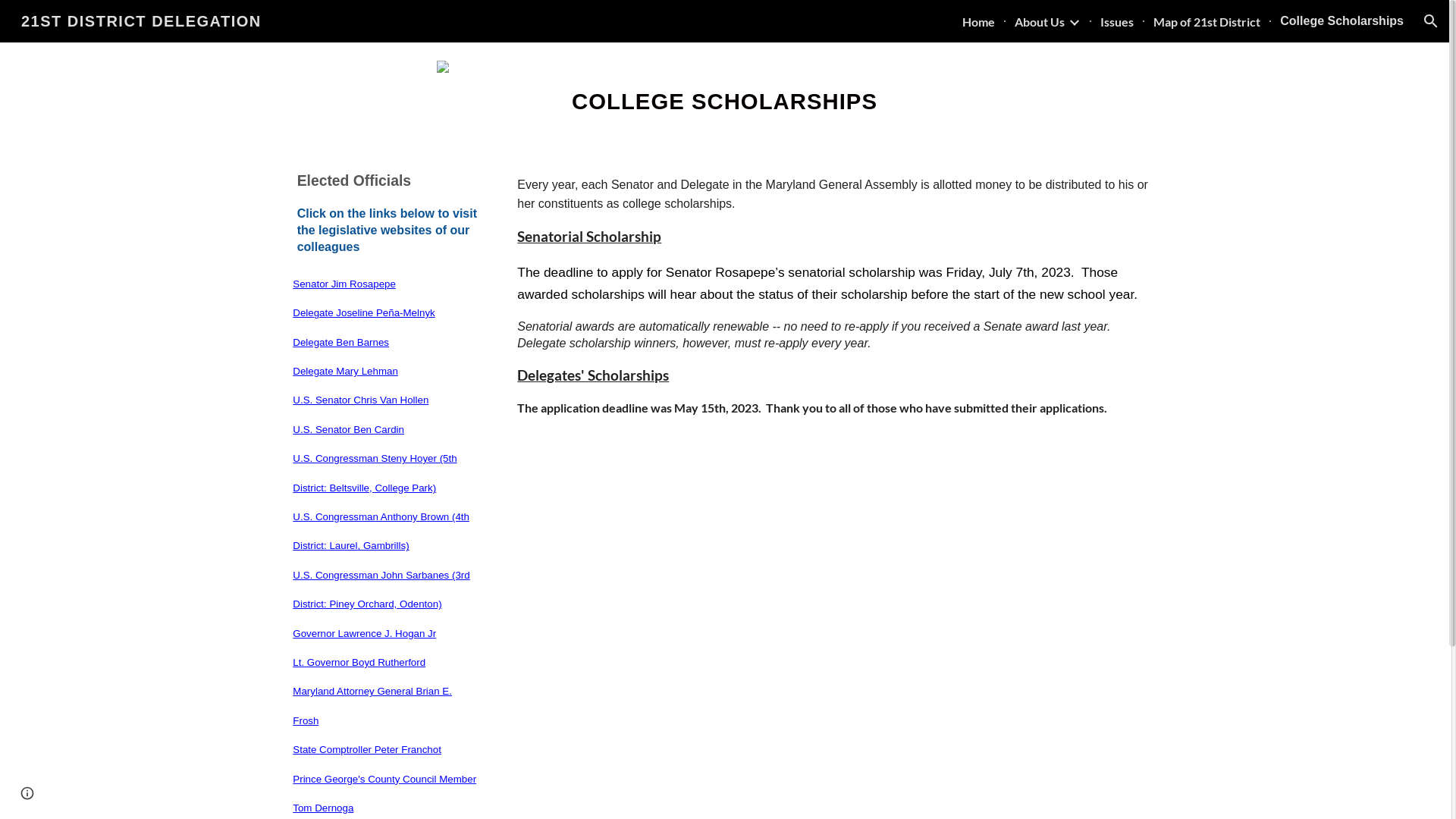 The height and width of the screenshot is (819, 1456). What do you see at coordinates (292, 370) in the screenshot?
I see `'Delegate Mary Lehman'` at bounding box center [292, 370].